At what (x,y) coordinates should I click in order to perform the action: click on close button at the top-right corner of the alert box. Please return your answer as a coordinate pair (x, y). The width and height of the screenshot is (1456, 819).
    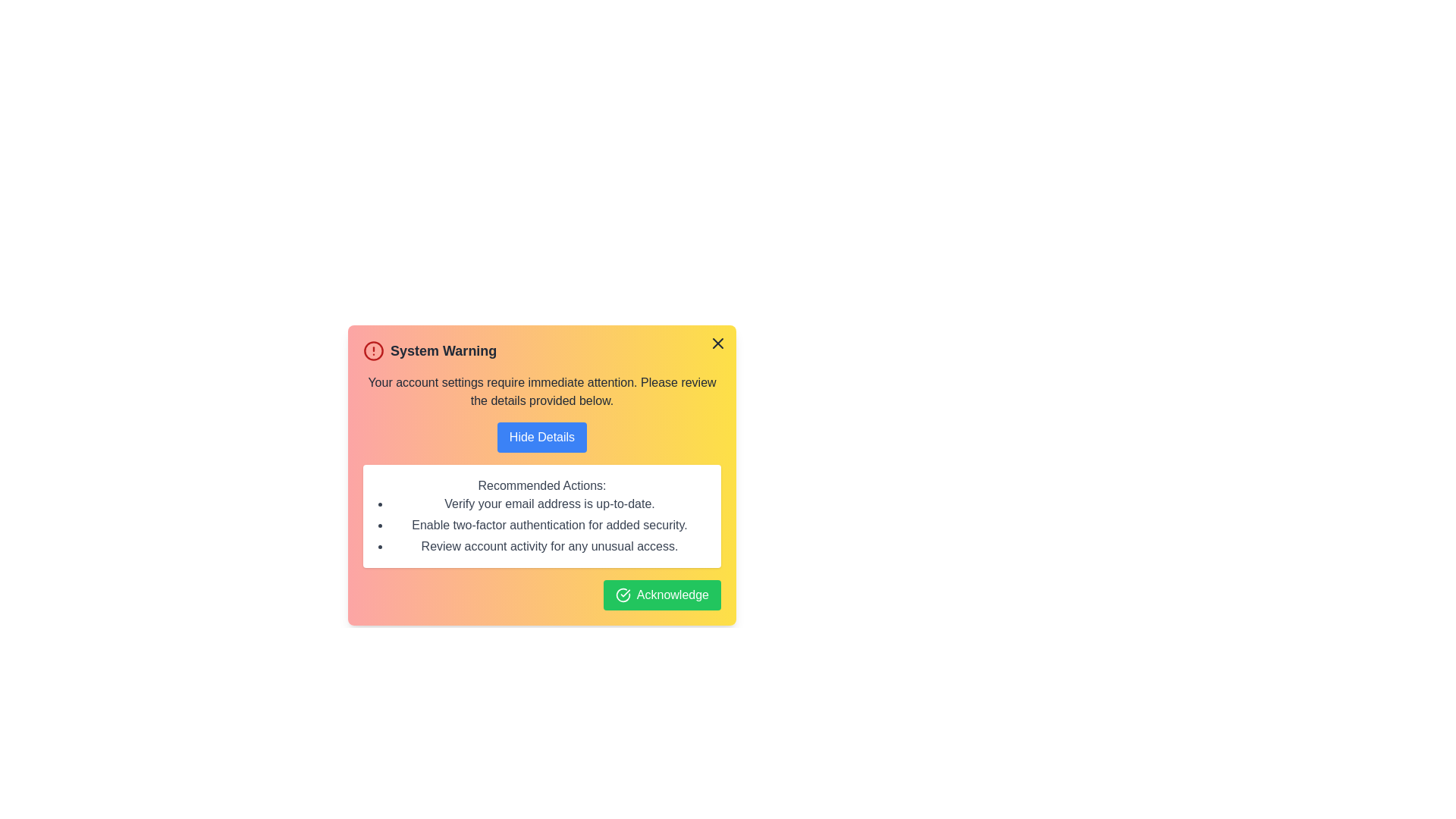
    Looking at the image, I should click on (717, 343).